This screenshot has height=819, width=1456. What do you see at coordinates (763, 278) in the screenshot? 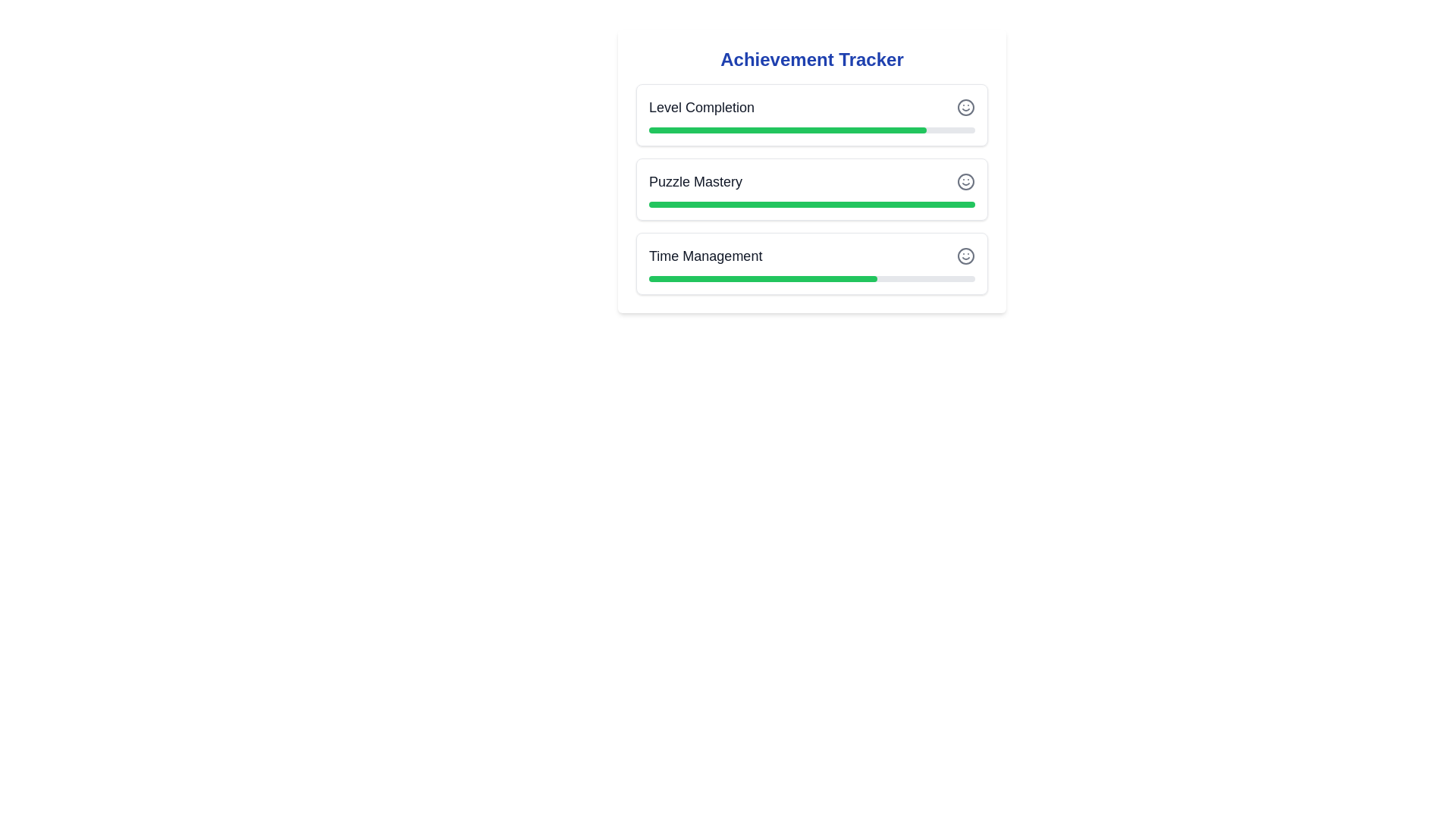
I see `the Progress bar located within the 'Time Management' section of the 'Achievement Tracker', which visually indicates completion status` at bounding box center [763, 278].